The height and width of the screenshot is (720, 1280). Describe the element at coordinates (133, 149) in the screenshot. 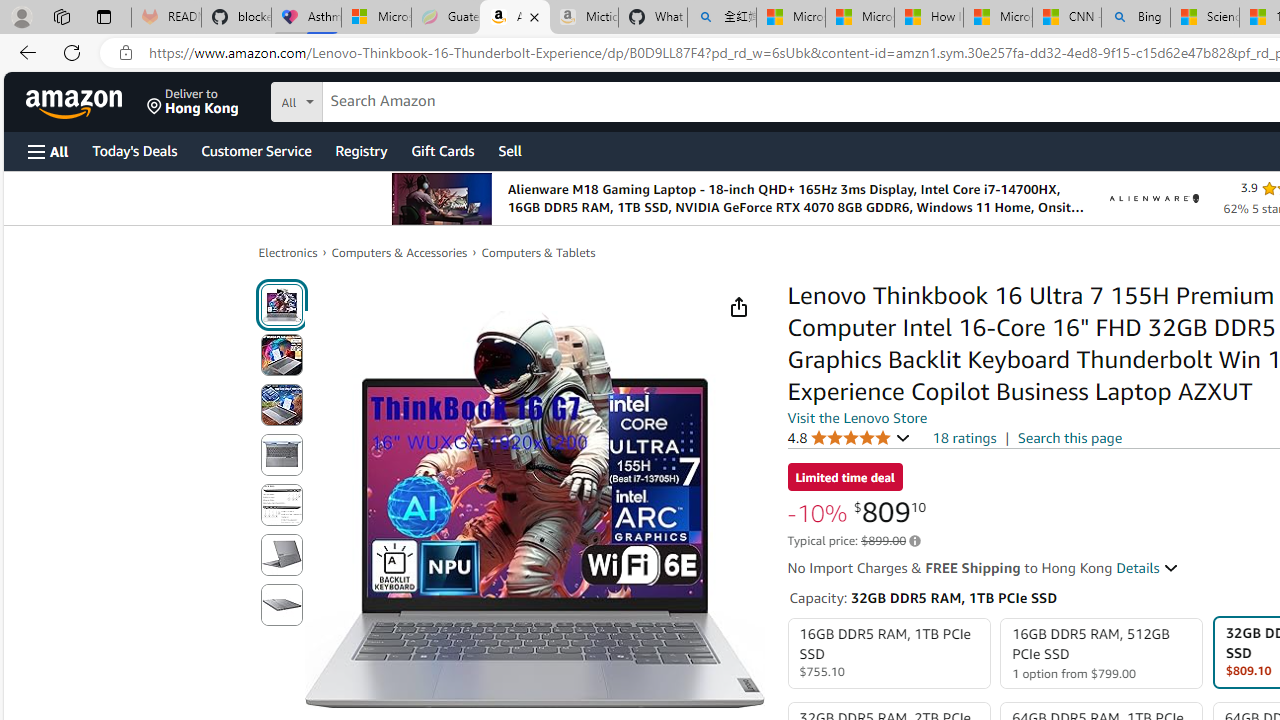

I see `'Today'` at that location.